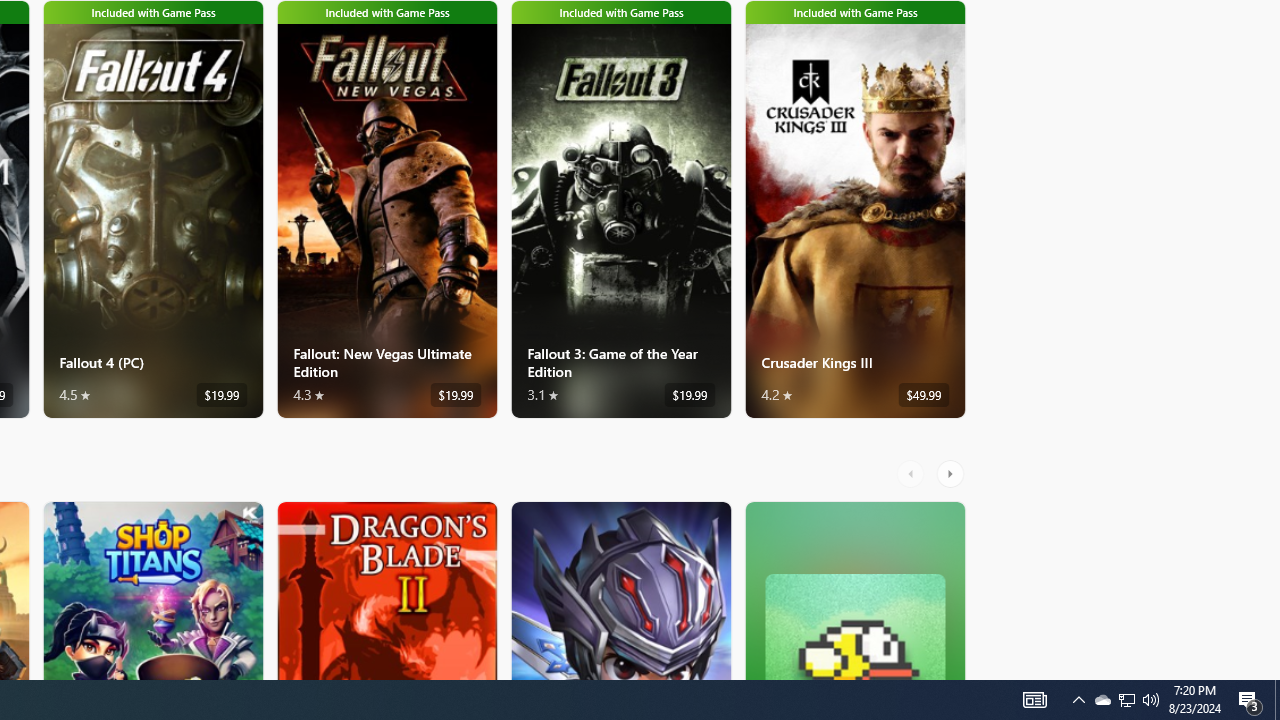  Describe the element at coordinates (951, 473) in the screenshot. I see `'AutomationID: RightScrollButton'` at that location.